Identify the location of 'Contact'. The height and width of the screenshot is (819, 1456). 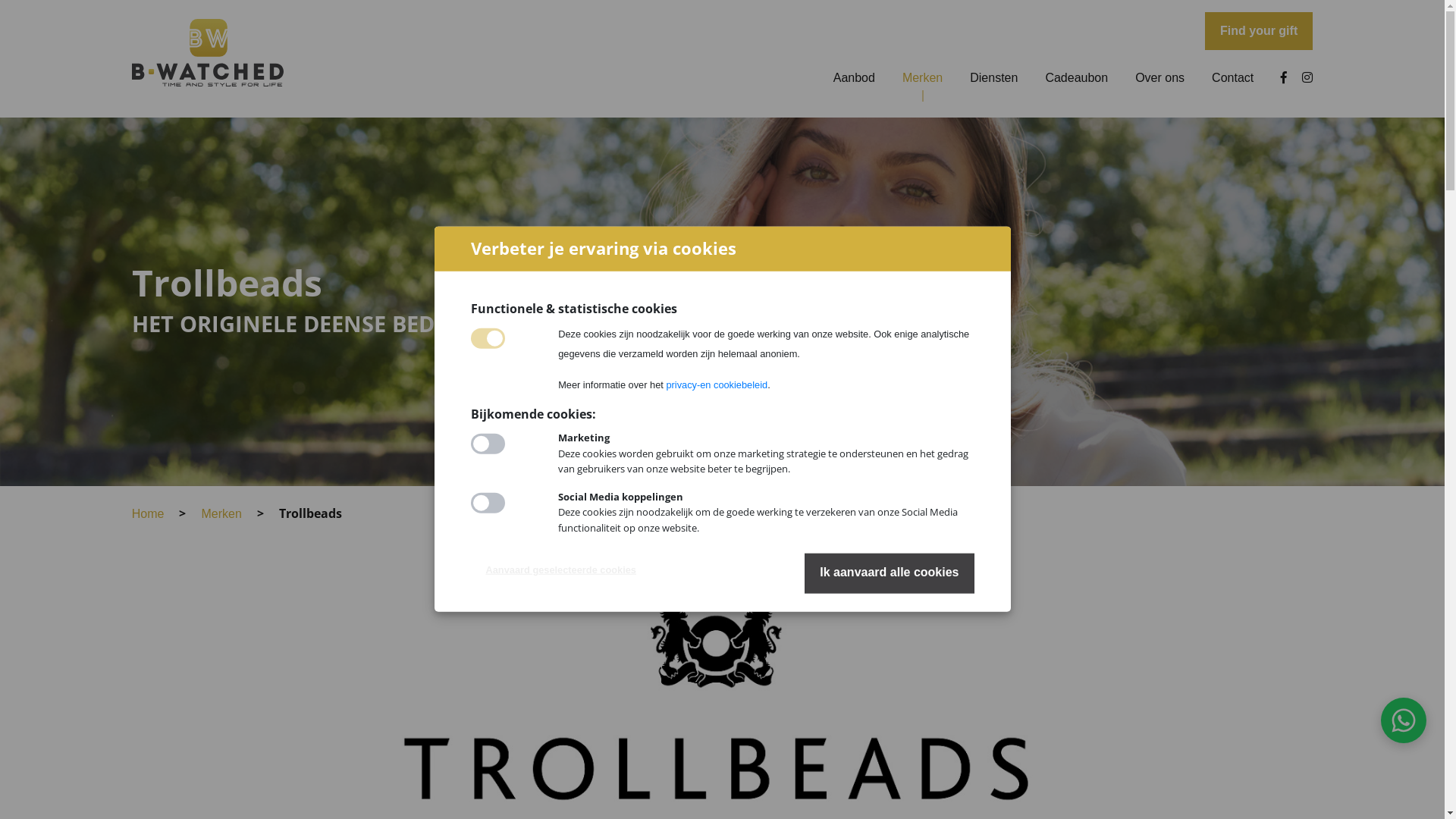
(1232, 77).